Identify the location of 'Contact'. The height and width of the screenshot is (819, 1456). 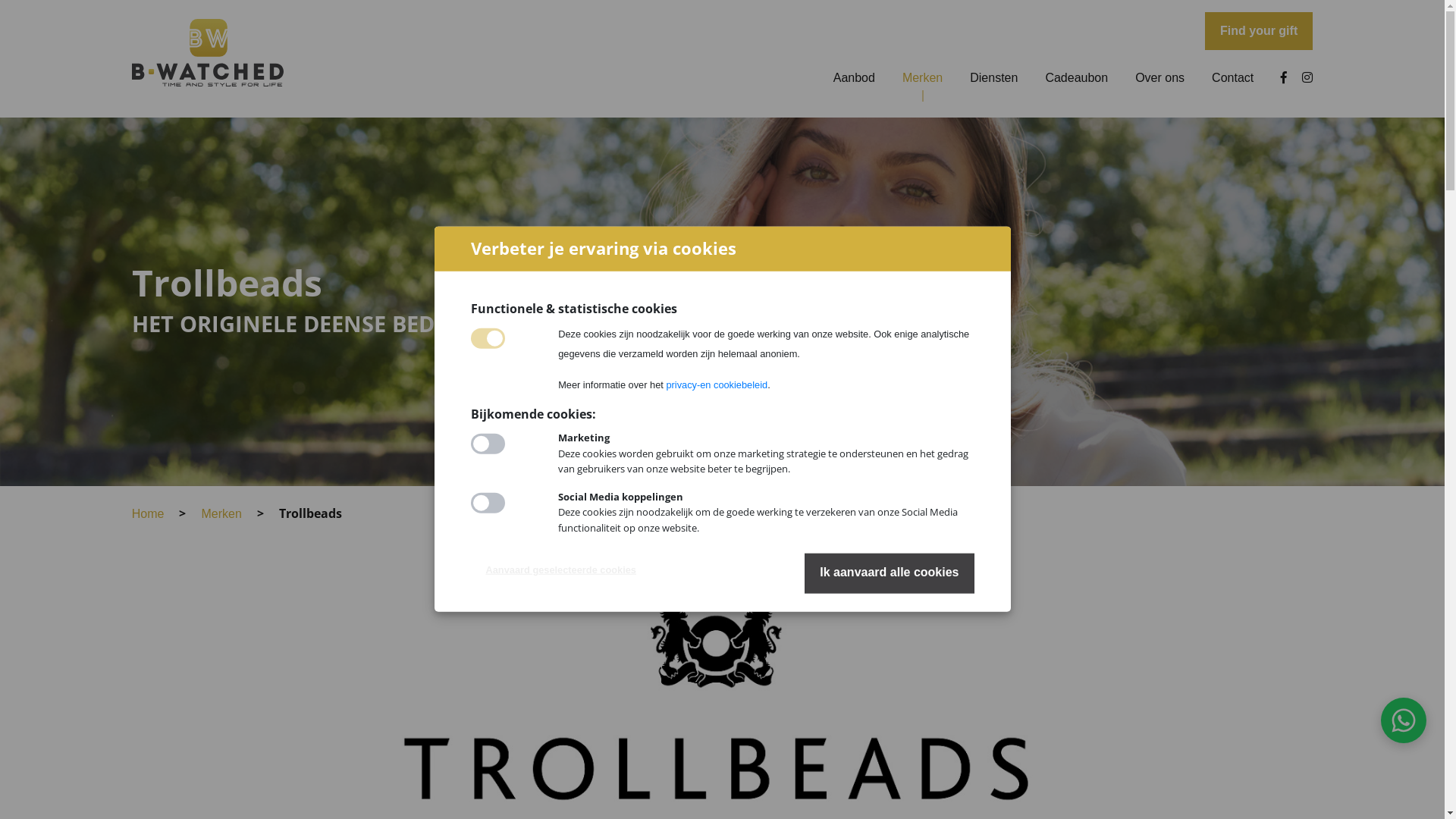
(1232, 77).